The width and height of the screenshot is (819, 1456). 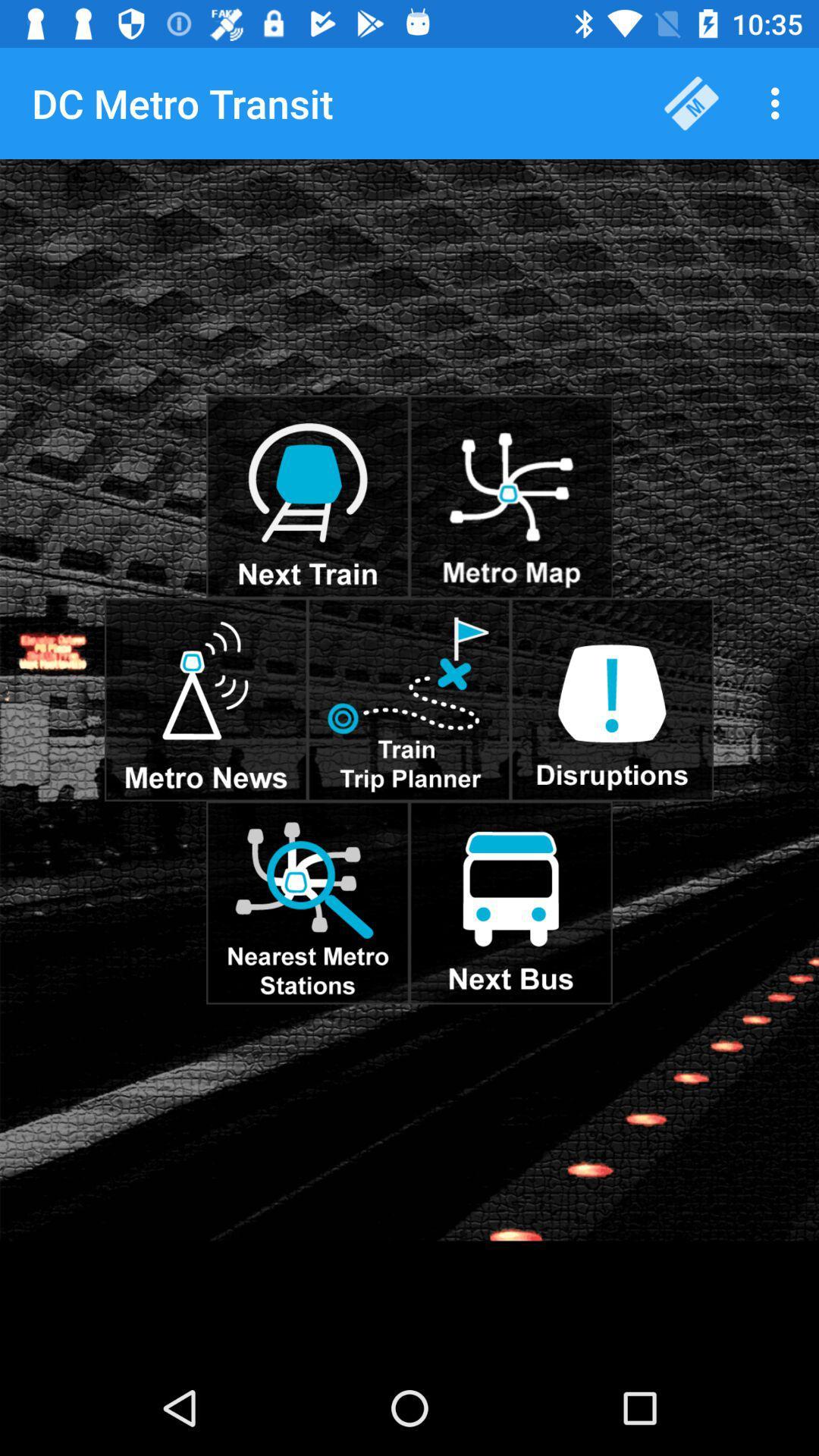 What do you see at coordinates (206, 698) in the screenshot?
I see `news` at bounding box center [206, 698].